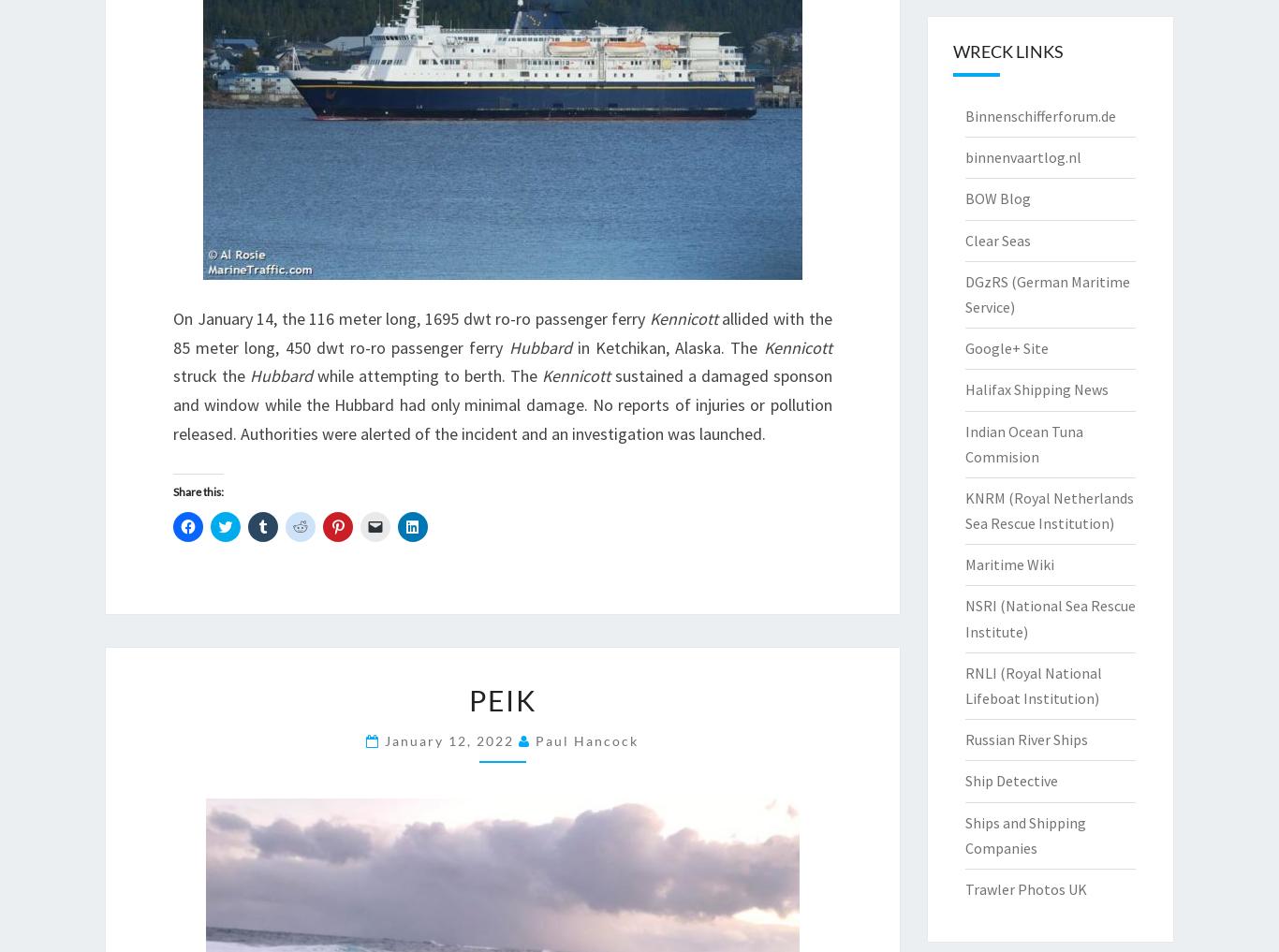  What do you see at coordinates (467, 698) in the screenshot?
I see `'Peik'` at bounding box center [467, 698].